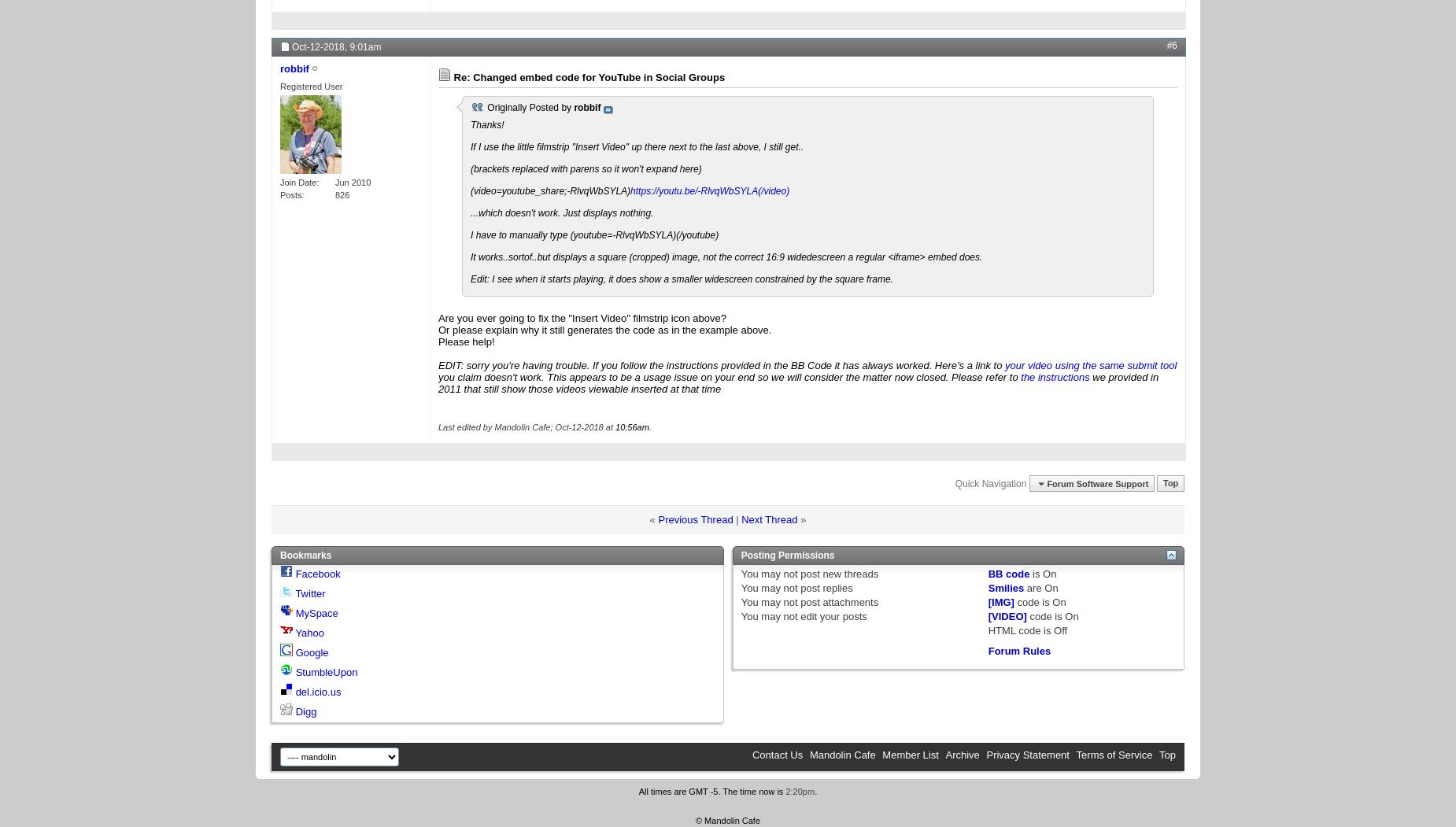 This screenshot has width=1456, height=827. What do you see at coordinates (1097, 482) in the screenshot?
I see `'Forum Software Support'` at bounding box center [1097, 482].